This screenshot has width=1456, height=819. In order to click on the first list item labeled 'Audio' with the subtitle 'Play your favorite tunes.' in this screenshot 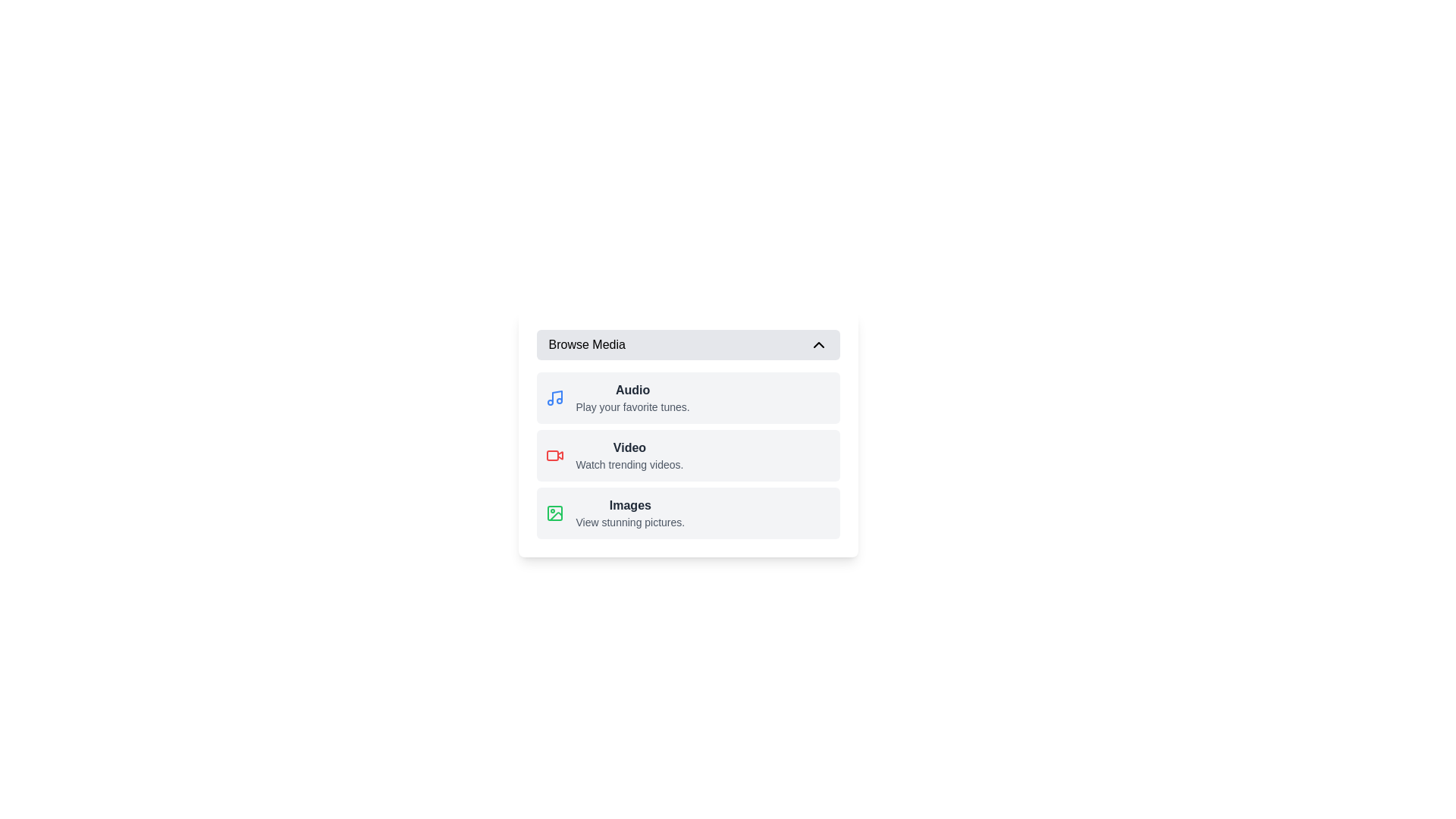, I will do `click(687, 397)`.